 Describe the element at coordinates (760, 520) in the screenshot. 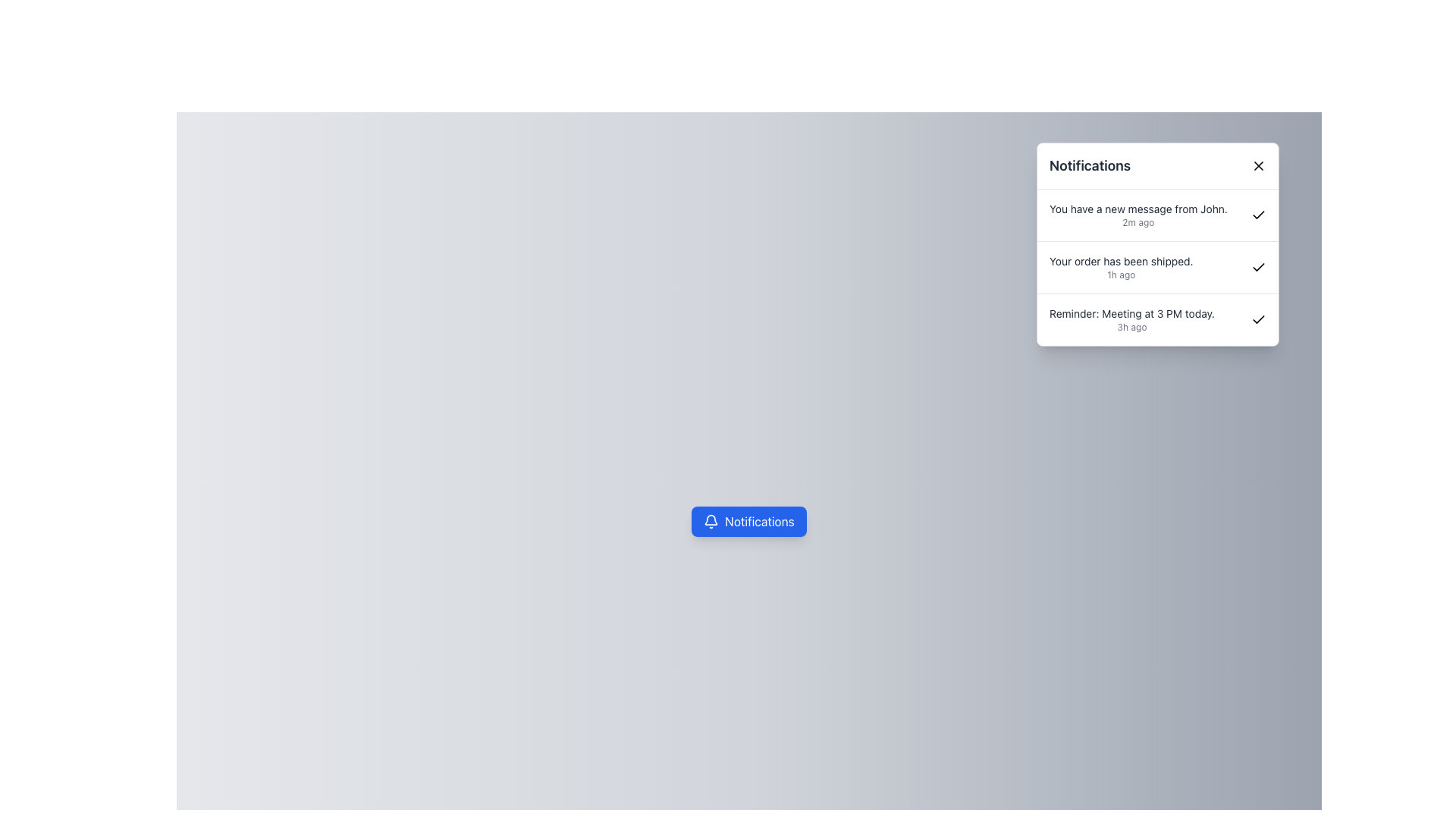

I see `the 'Notifications' text label, which is displayed in white against a blue background and is styled to complement the icon to its left` at that location.